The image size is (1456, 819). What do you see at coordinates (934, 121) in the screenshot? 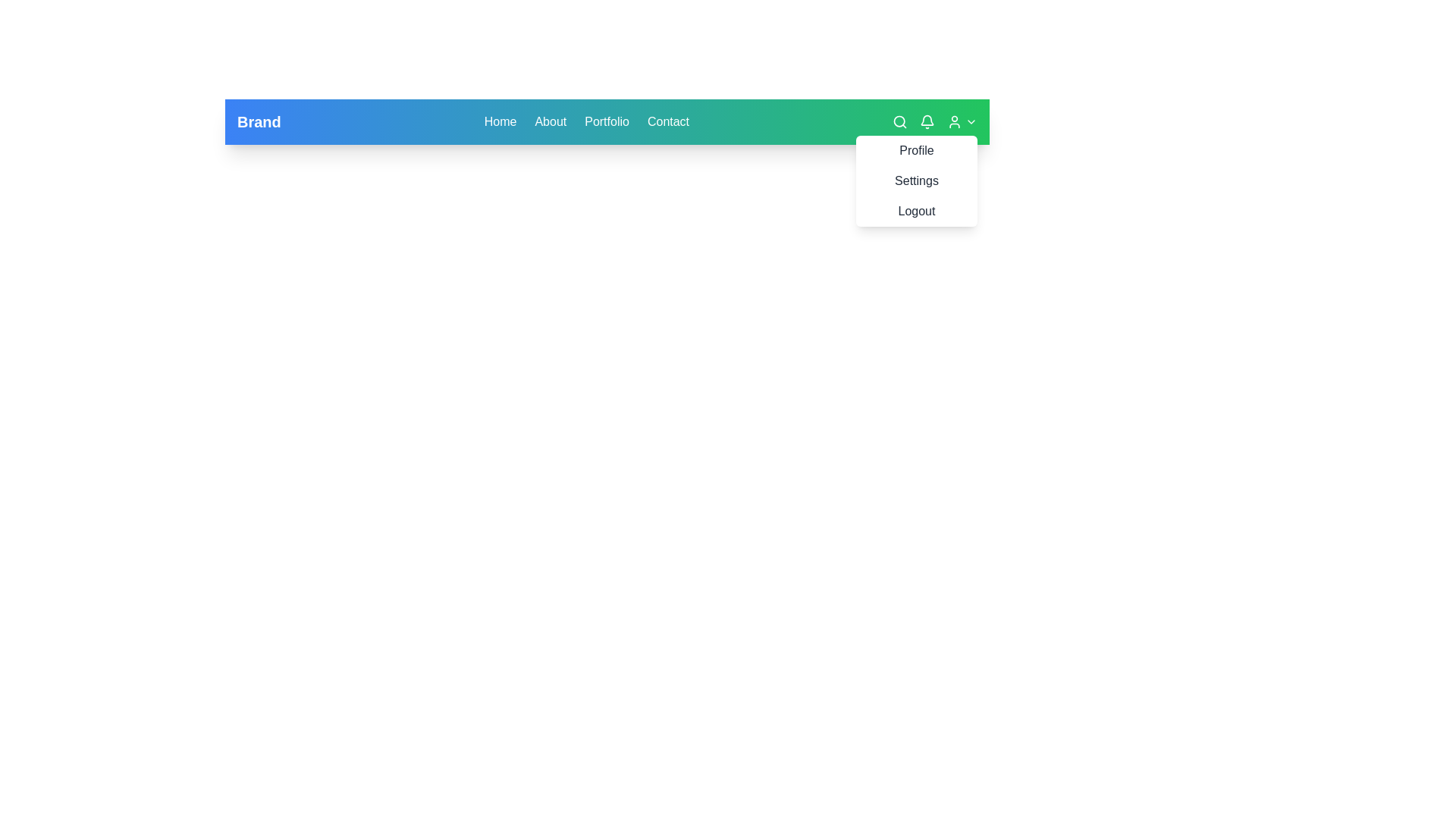
I see `the bell icon for notifications, which is the second element from the left in the notification area, styled with a white outline on a green background` at bounding box center [934, 121].